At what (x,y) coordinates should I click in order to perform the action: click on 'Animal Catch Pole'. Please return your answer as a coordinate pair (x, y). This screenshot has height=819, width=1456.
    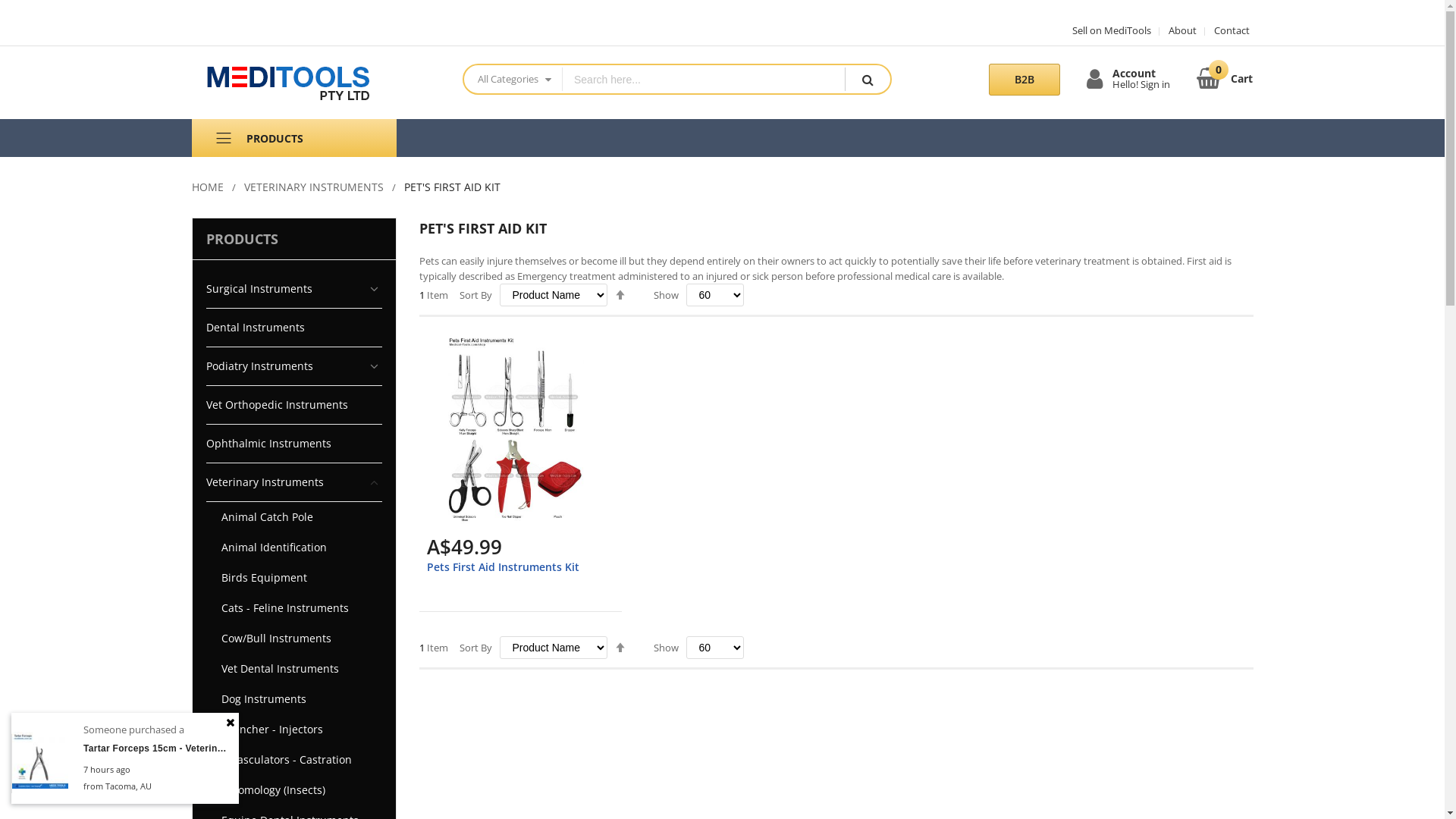
    Looking at the image, I should click on (294, 516).